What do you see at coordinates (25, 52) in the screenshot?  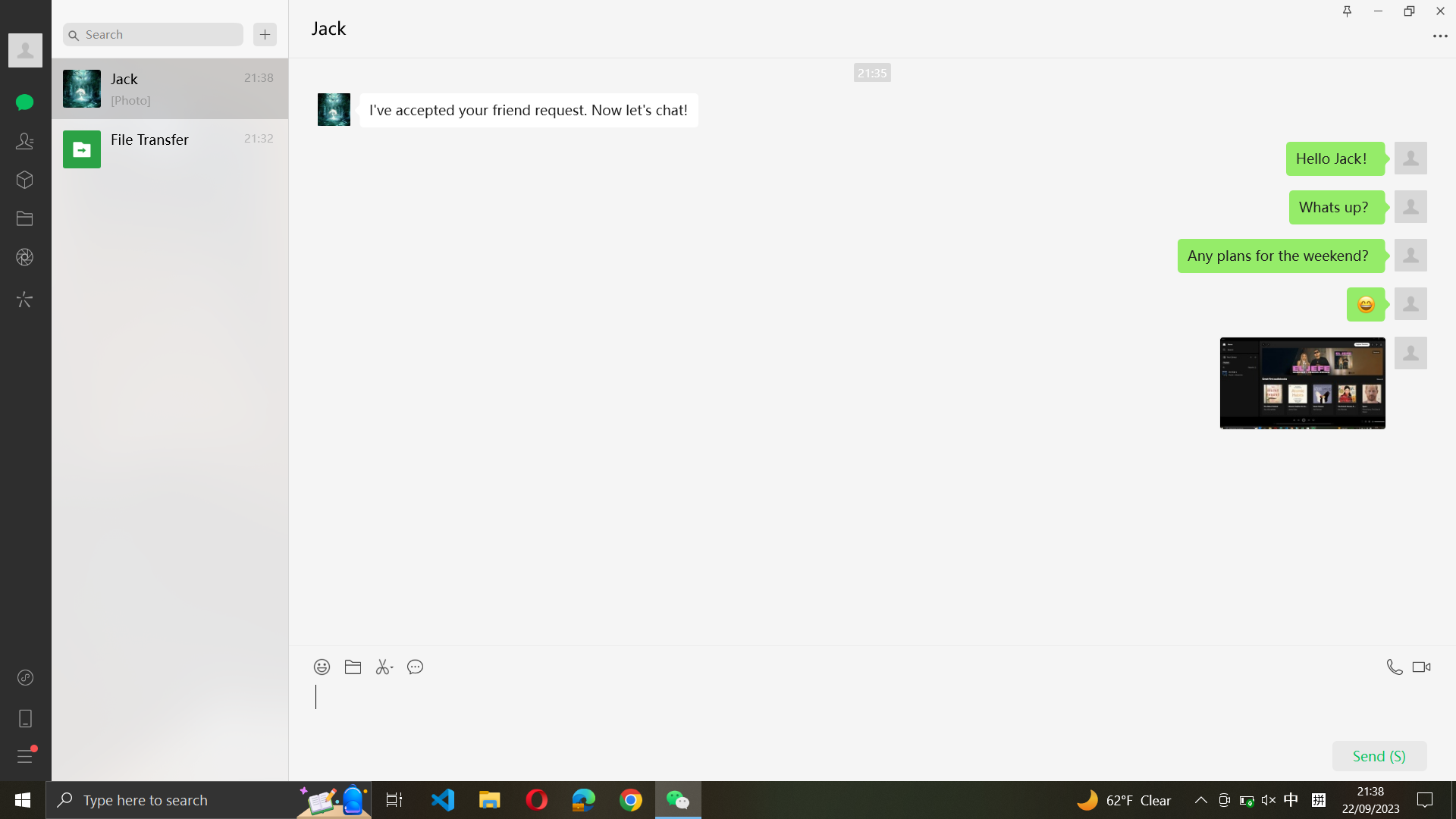 I see `Expand Jack"s profile` at bounding box center [25, 52].